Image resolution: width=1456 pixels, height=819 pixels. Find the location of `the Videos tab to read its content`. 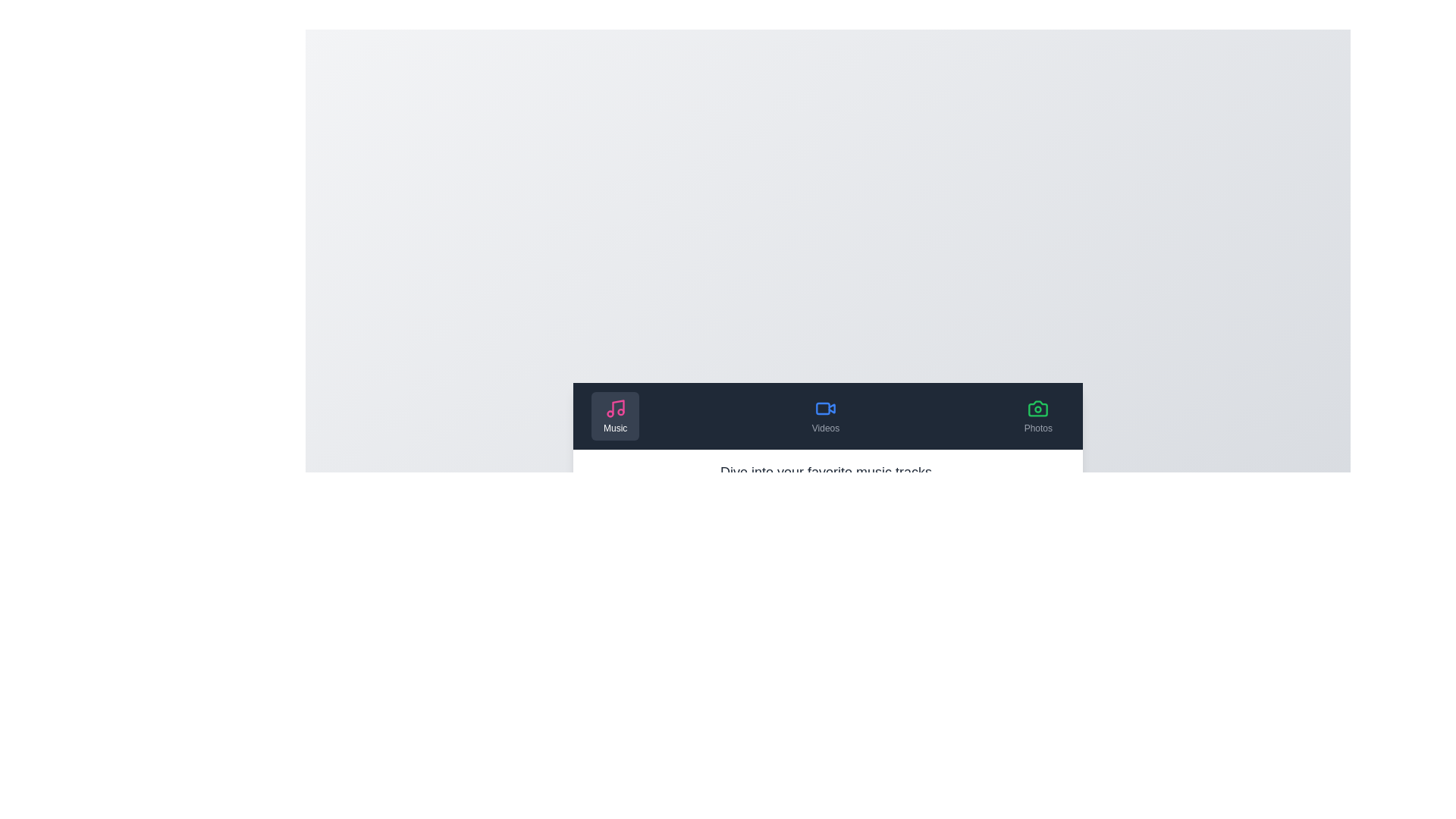

the Videos tab to read its content is located at coordinates (825, 416).